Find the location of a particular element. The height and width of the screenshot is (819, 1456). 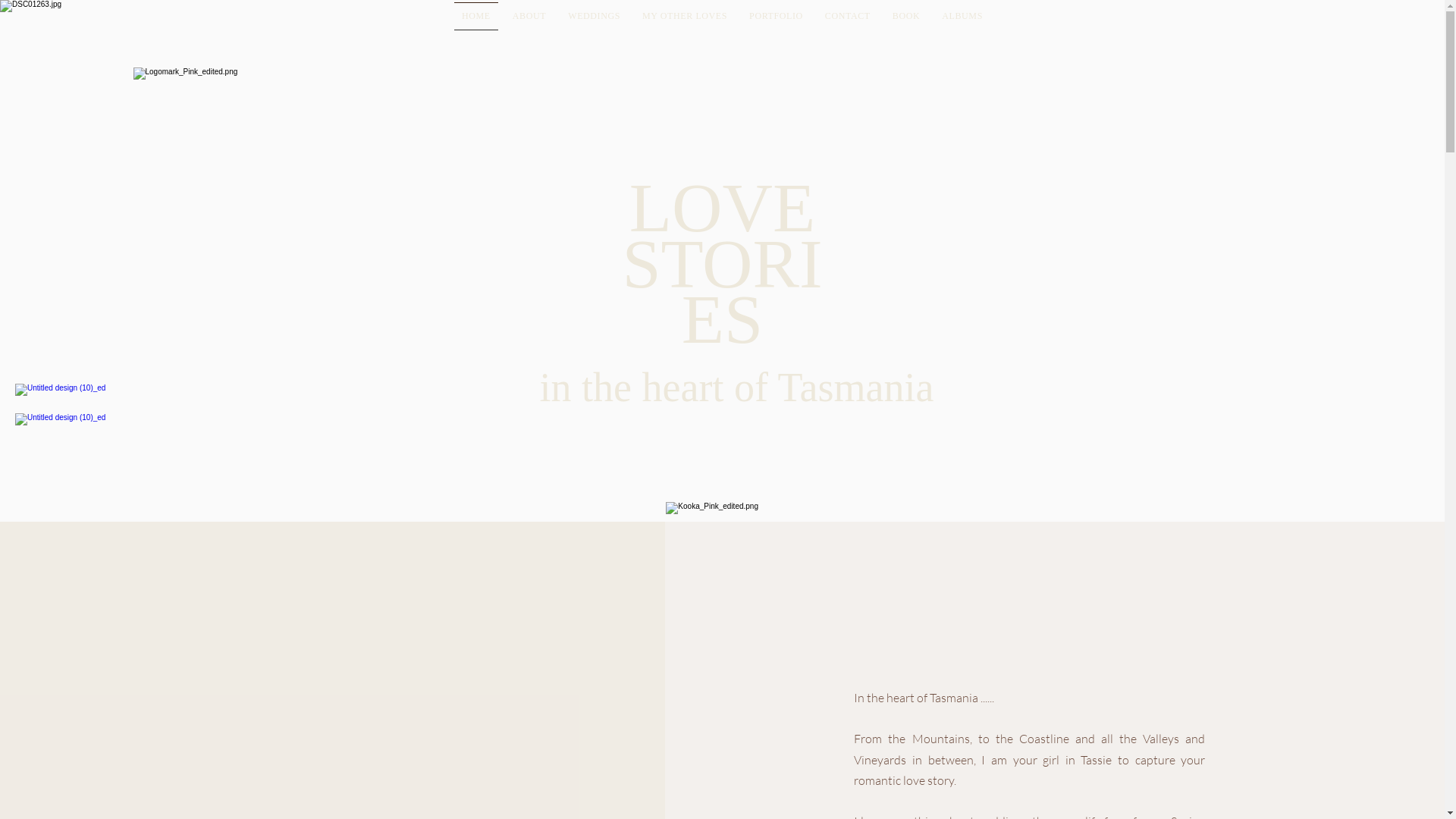

'PORTFOLIO' is located at coordinates (776, 16).